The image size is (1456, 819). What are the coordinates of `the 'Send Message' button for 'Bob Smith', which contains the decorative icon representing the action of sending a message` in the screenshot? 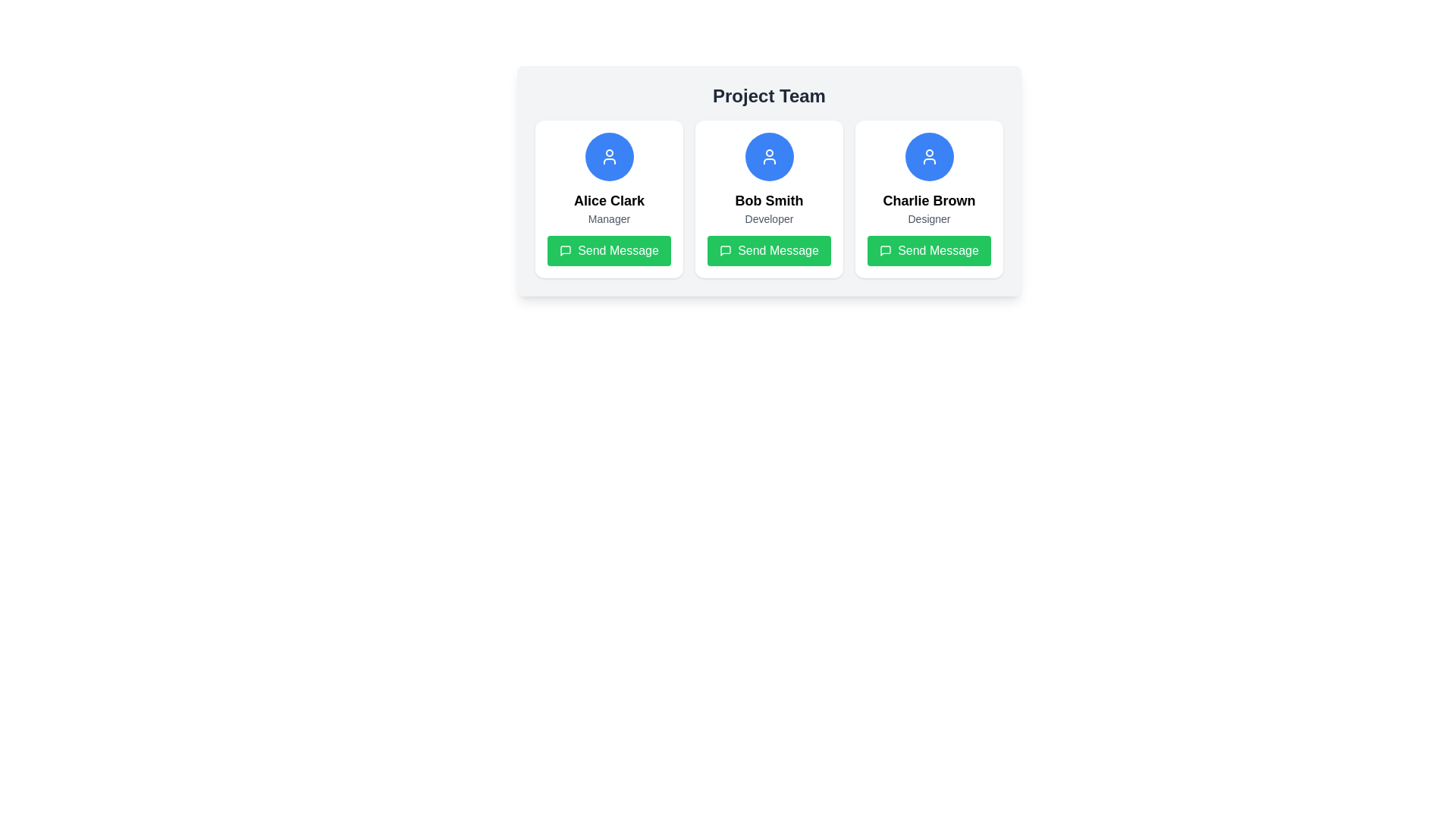 It's located at (725, 250).